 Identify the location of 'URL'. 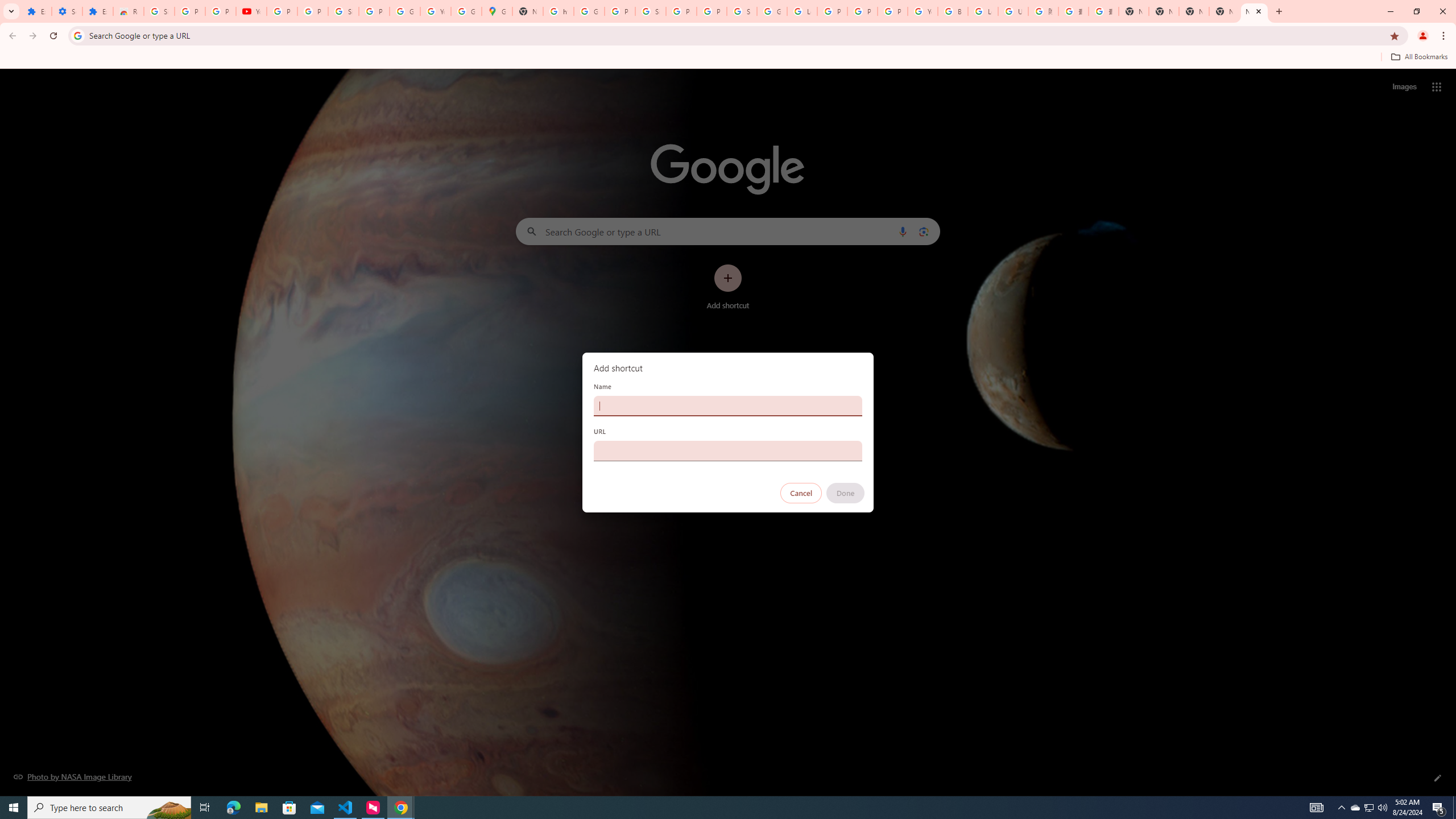
(728, 450).